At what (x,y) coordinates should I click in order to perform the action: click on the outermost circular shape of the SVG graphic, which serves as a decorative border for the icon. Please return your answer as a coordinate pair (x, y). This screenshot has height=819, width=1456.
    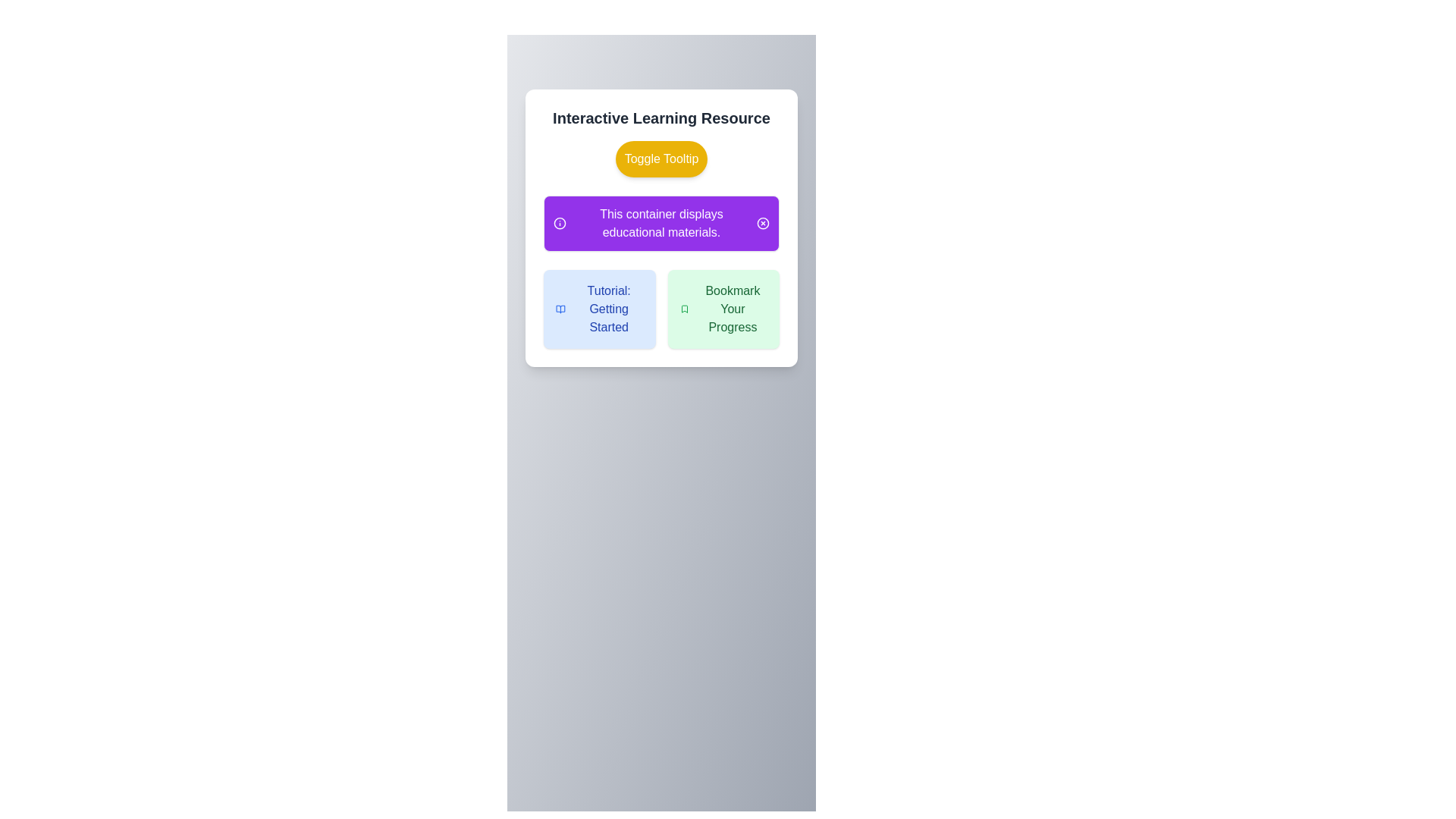
    Looking at the image, I should click on (559, 223).